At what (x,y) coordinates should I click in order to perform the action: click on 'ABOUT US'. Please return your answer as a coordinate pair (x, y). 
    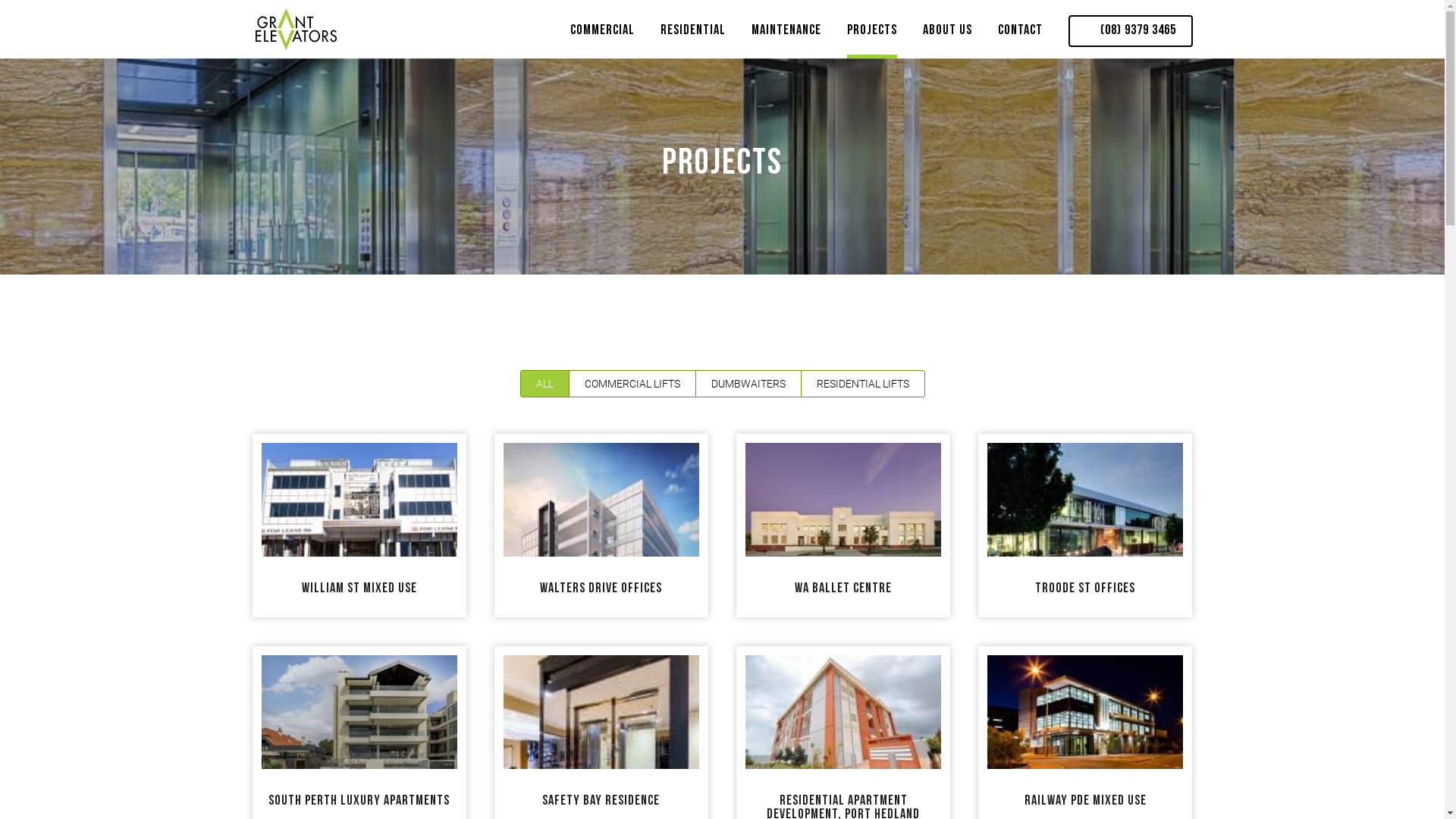
    Looking at the image, I should click on (946, 34).